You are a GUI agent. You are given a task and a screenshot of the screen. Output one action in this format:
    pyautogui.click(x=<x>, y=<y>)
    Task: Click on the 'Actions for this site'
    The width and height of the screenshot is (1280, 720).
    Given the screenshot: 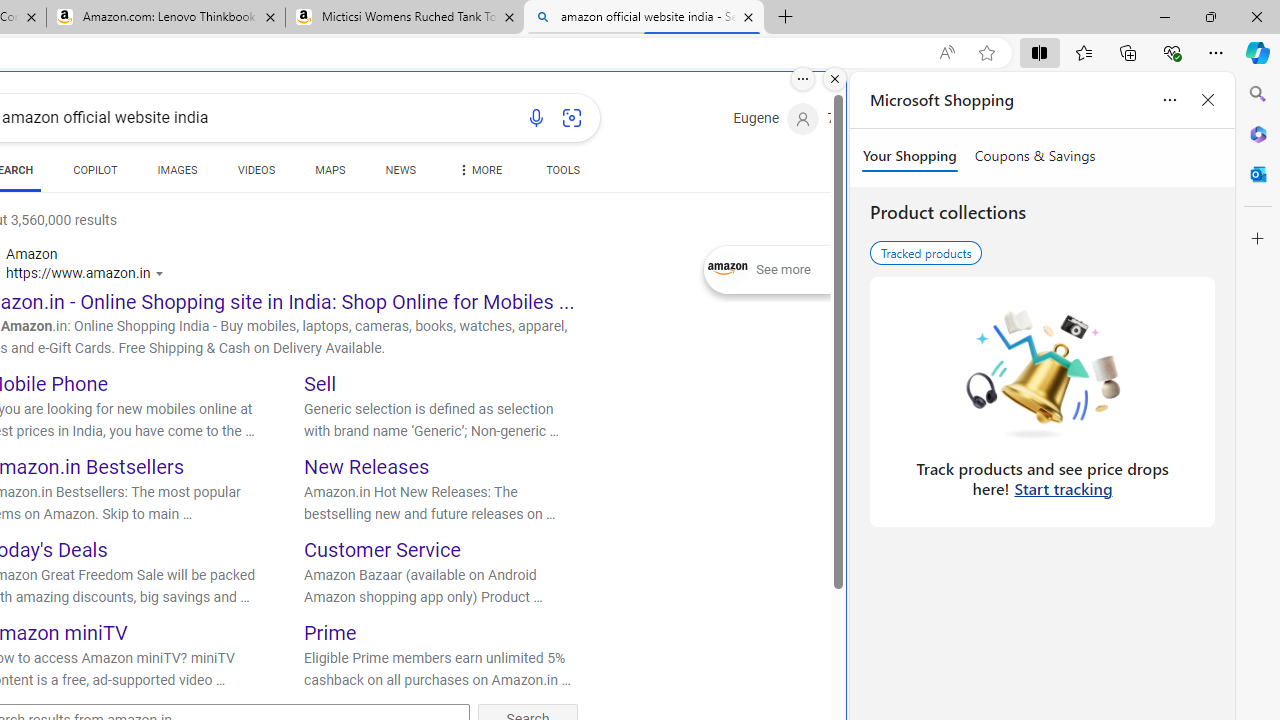 What is the action you would take?
    pyautogui.click(x=161, y=273)
    